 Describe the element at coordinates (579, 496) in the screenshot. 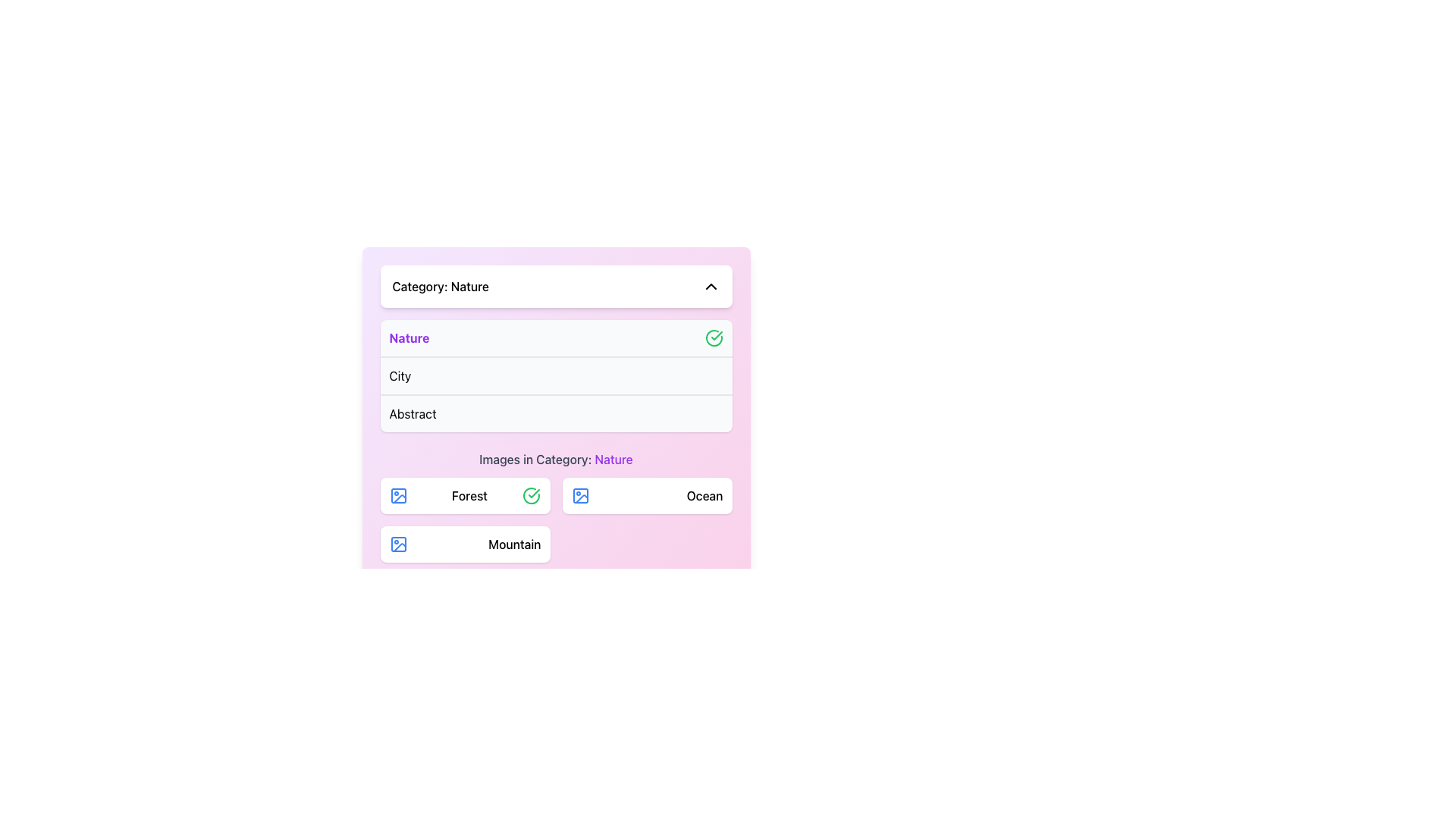

I see `the small blue icon resembling a picture outline, located to the left of the 'Ocean' label` at that location.